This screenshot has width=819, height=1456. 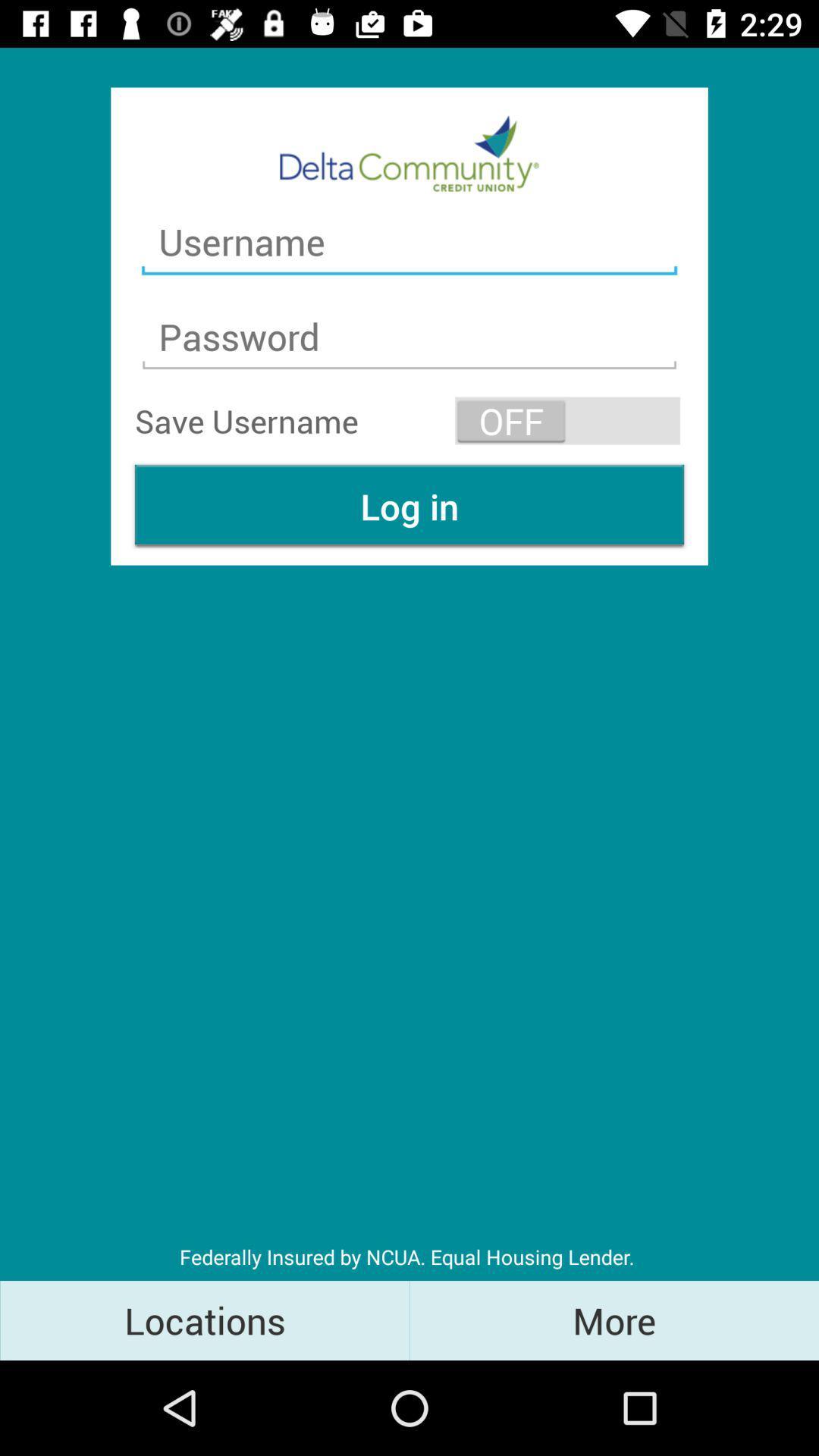 What do you see at coordinates (614, 1319) in the screenshot?
I see `the item below federally insured by icon` at bounding box center [614, 1319].